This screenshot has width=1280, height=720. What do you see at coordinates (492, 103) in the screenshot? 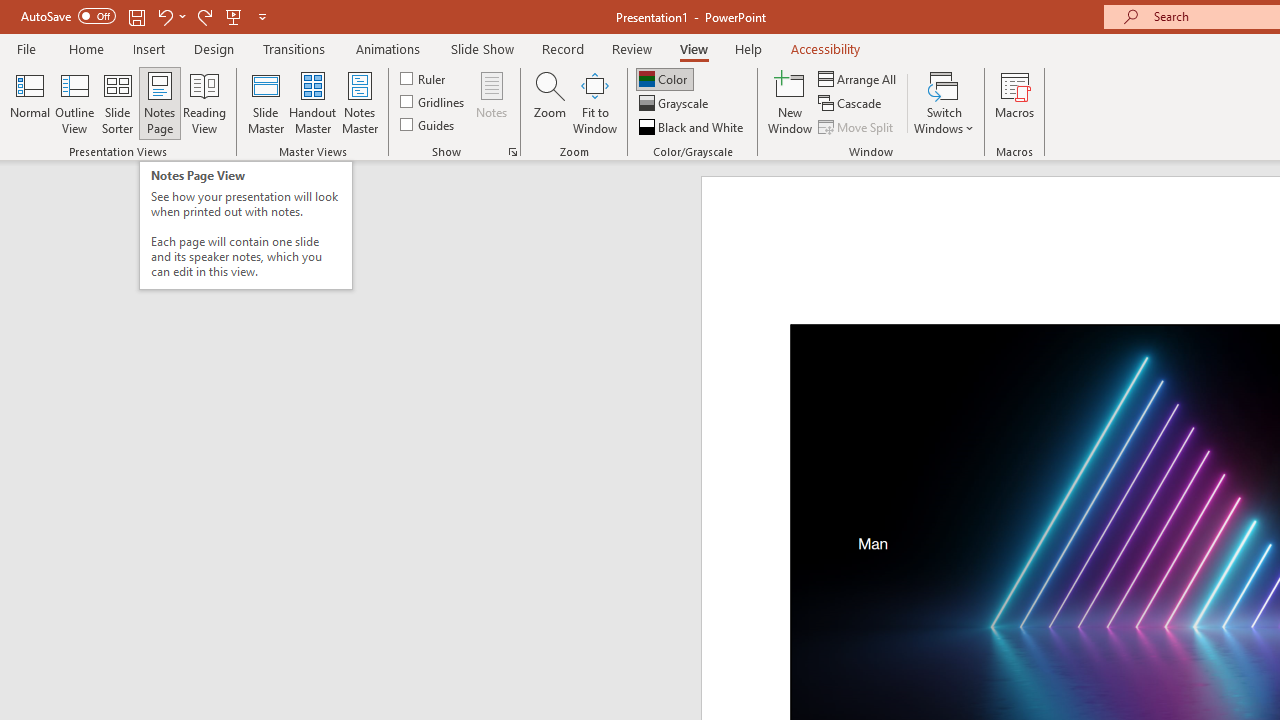
I see `'Notes'` at bounding box center [492, 103].